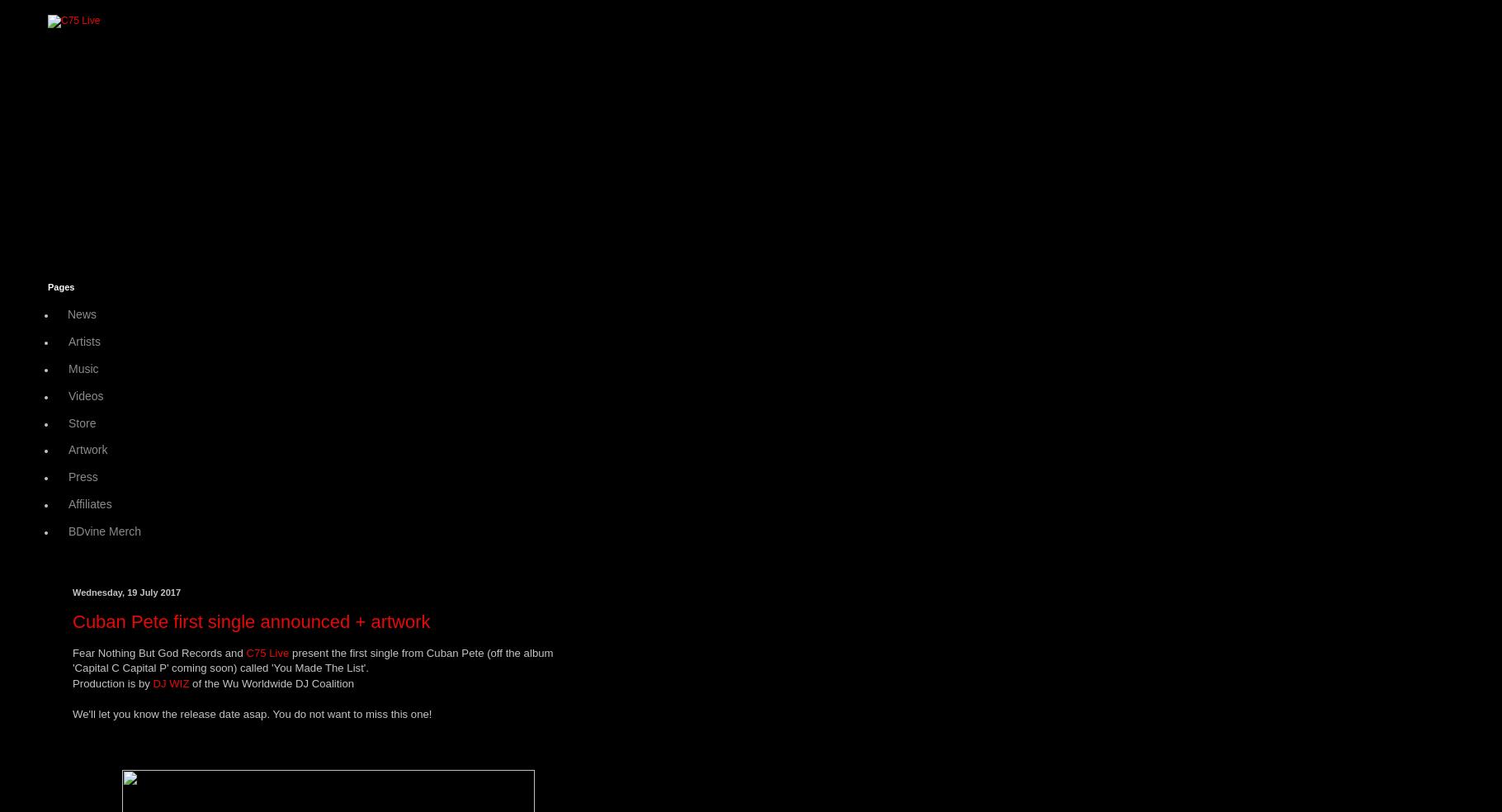 The image size is (1502, 812). I want to click on 'Pages', so click(61, 286).